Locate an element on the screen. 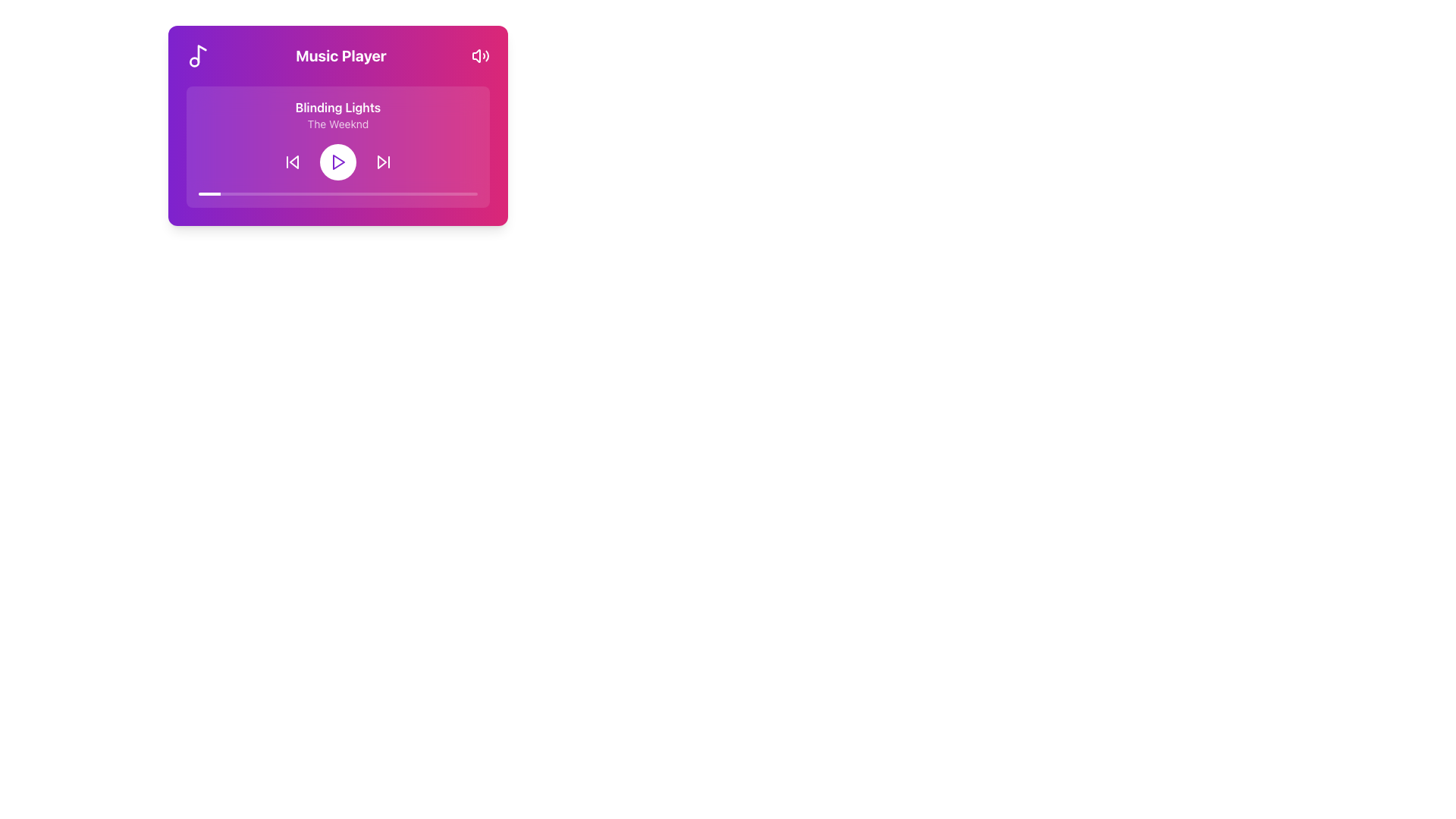 The width and height of the screenshot is (1456, 819). the 'previous track' button located just to the left of the 'Play' button in the music player interface is located at coordinates (292, 162).